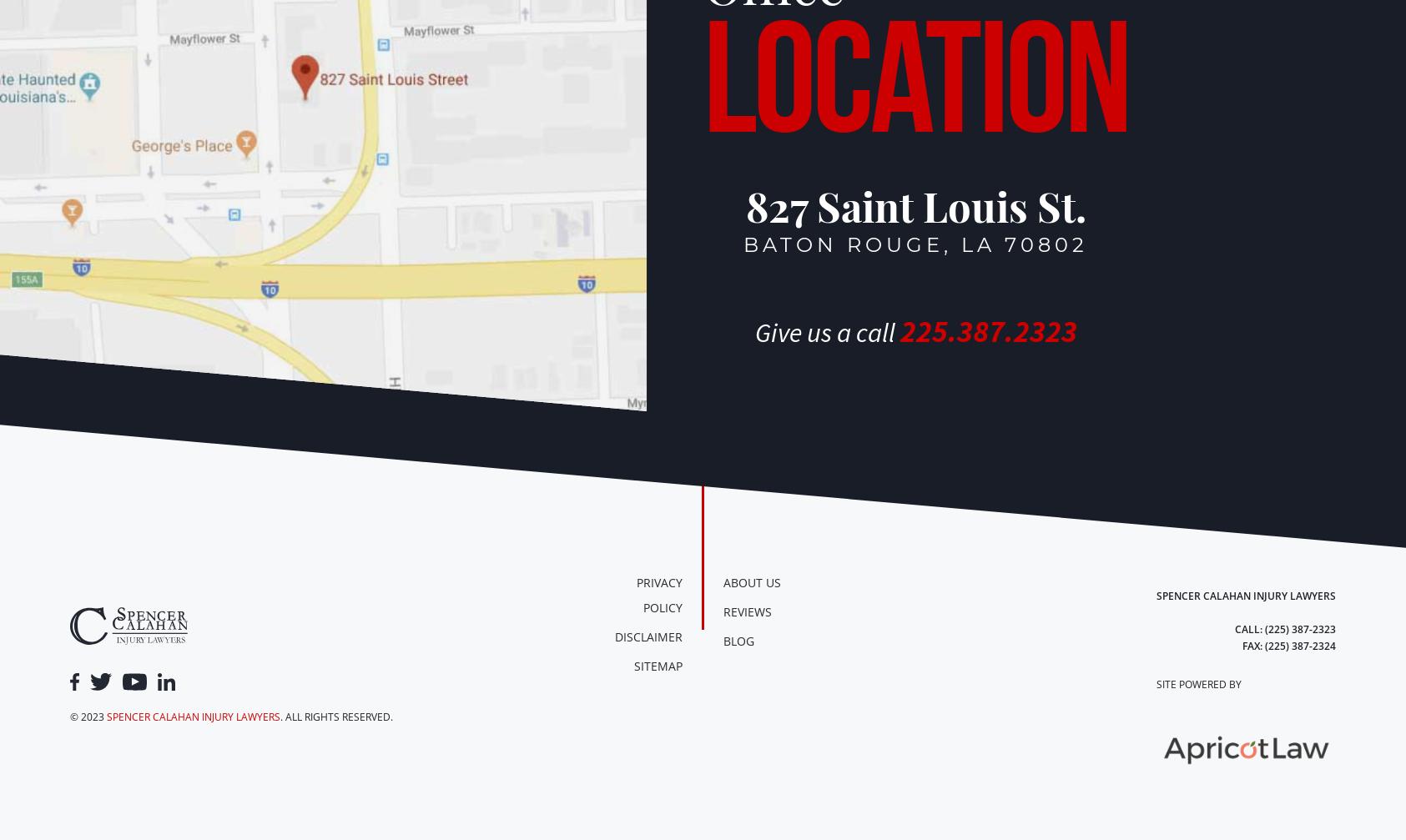 The height and width of the screenshot is (840, 1406). Describe the element at coordinates (1299, 628) in the screenshot. I see `'(225) 387-2323'` at that location.